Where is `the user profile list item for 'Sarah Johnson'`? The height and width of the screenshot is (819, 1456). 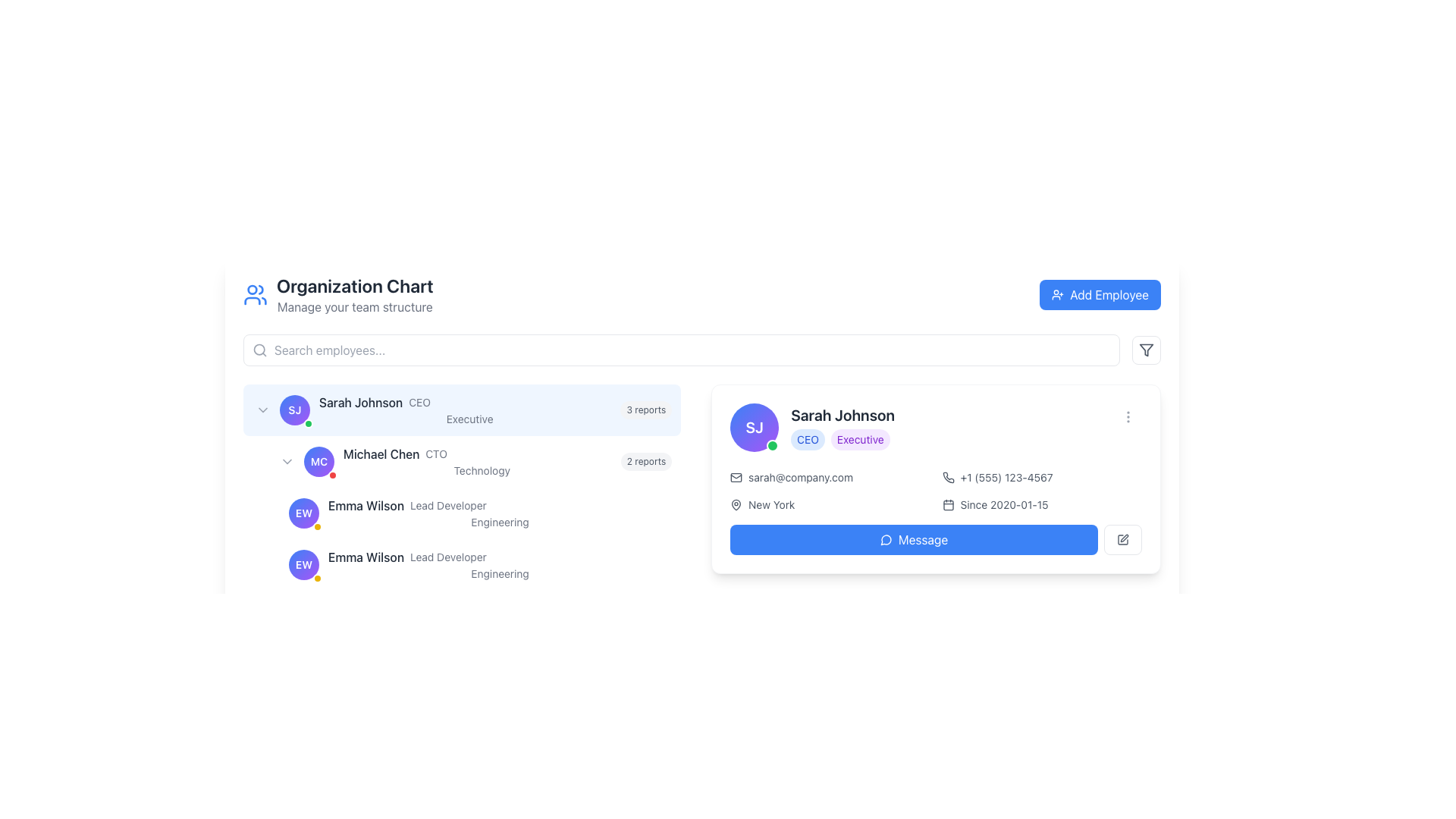 the user profile list item for 'Sarah Johnson' is located at coordinates (461, 409).